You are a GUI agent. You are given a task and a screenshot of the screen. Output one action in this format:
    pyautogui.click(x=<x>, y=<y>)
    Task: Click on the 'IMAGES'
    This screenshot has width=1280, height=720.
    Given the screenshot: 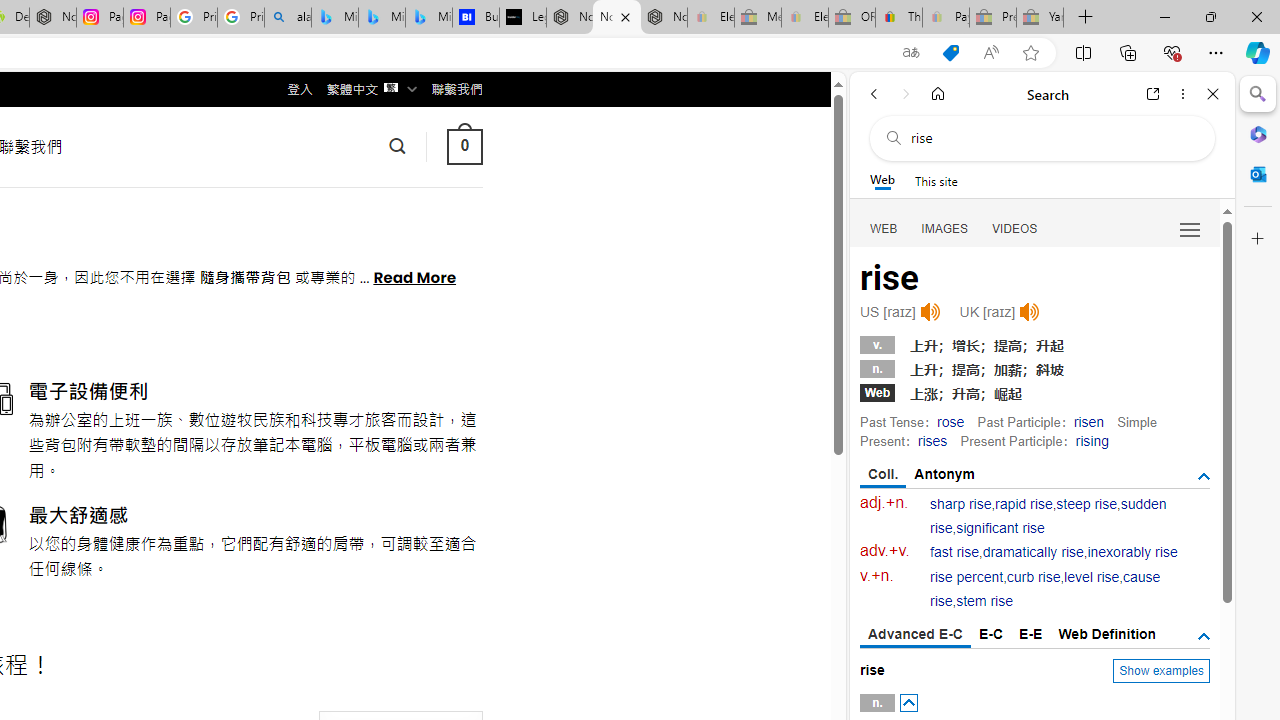 What is the action you would take?
    pyautogui.click(x=944, y=227)
    